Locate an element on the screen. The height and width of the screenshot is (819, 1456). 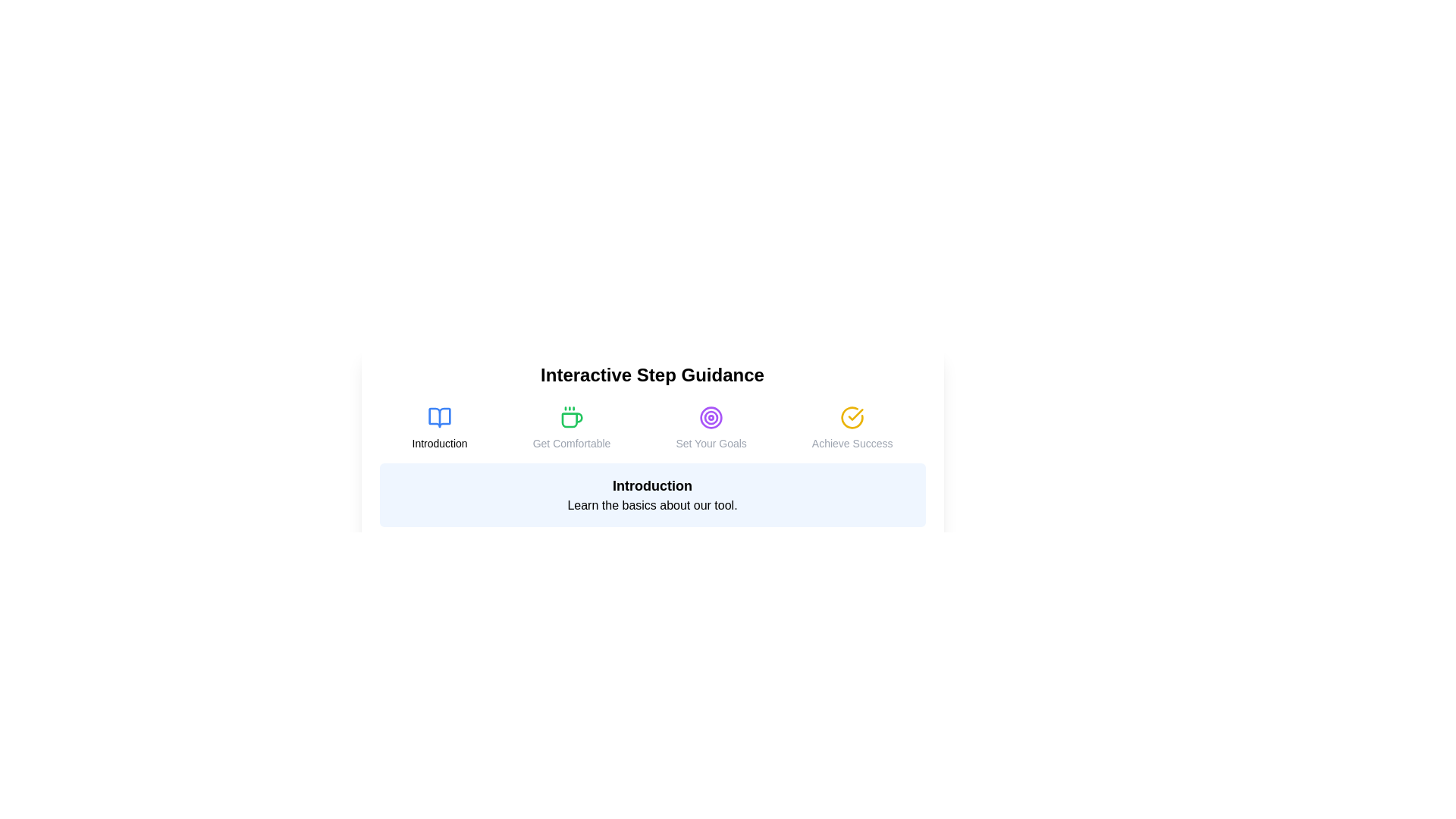
the text label displaying the word 'Introduction', which is located below an open book icon in the user interface is located at coordinates (439, 444).